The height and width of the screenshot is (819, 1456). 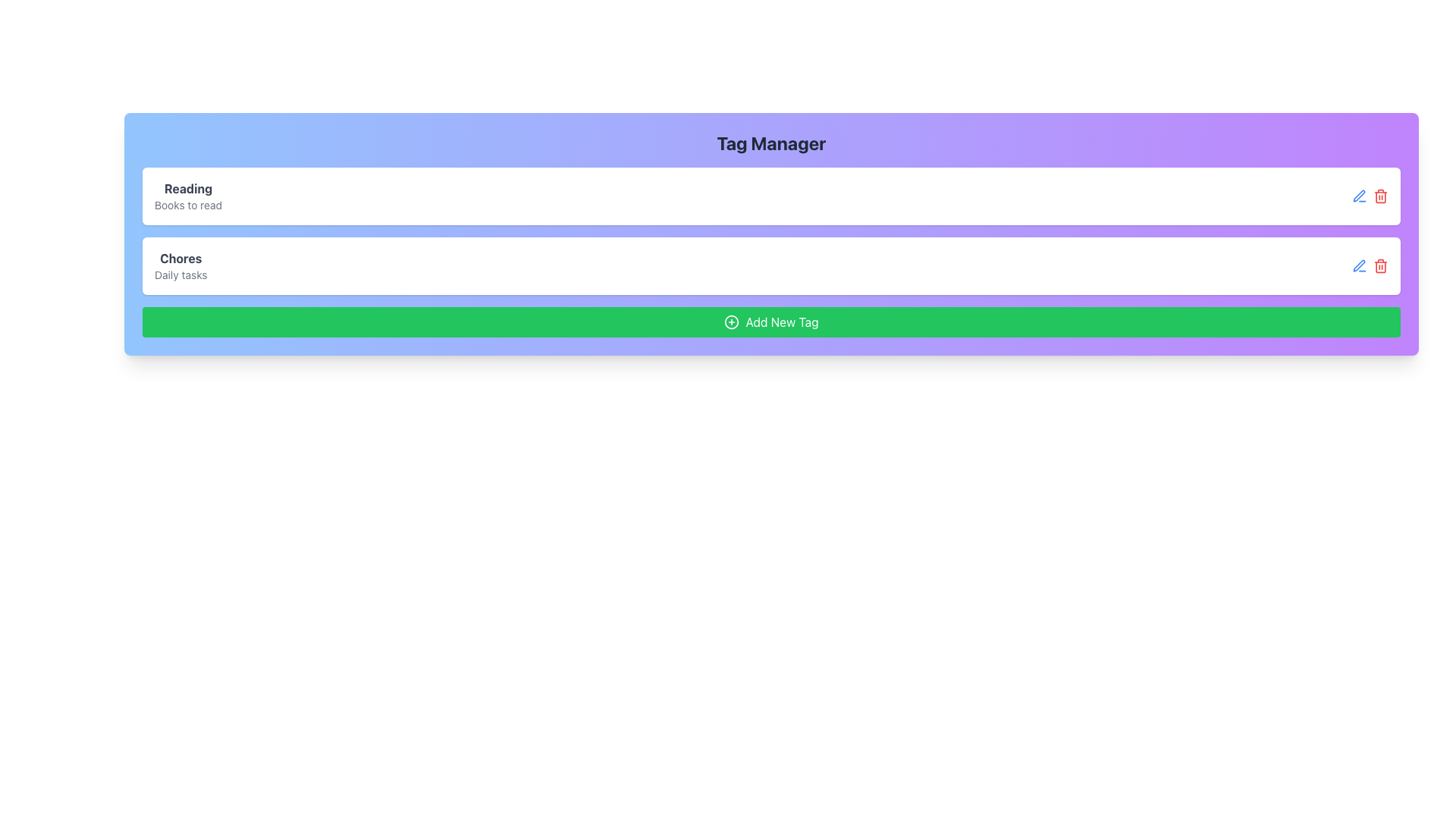 I want to click on the 'Chores' text block, which serves as a title and brief description in the vertical list, so click(x=180, y=265).